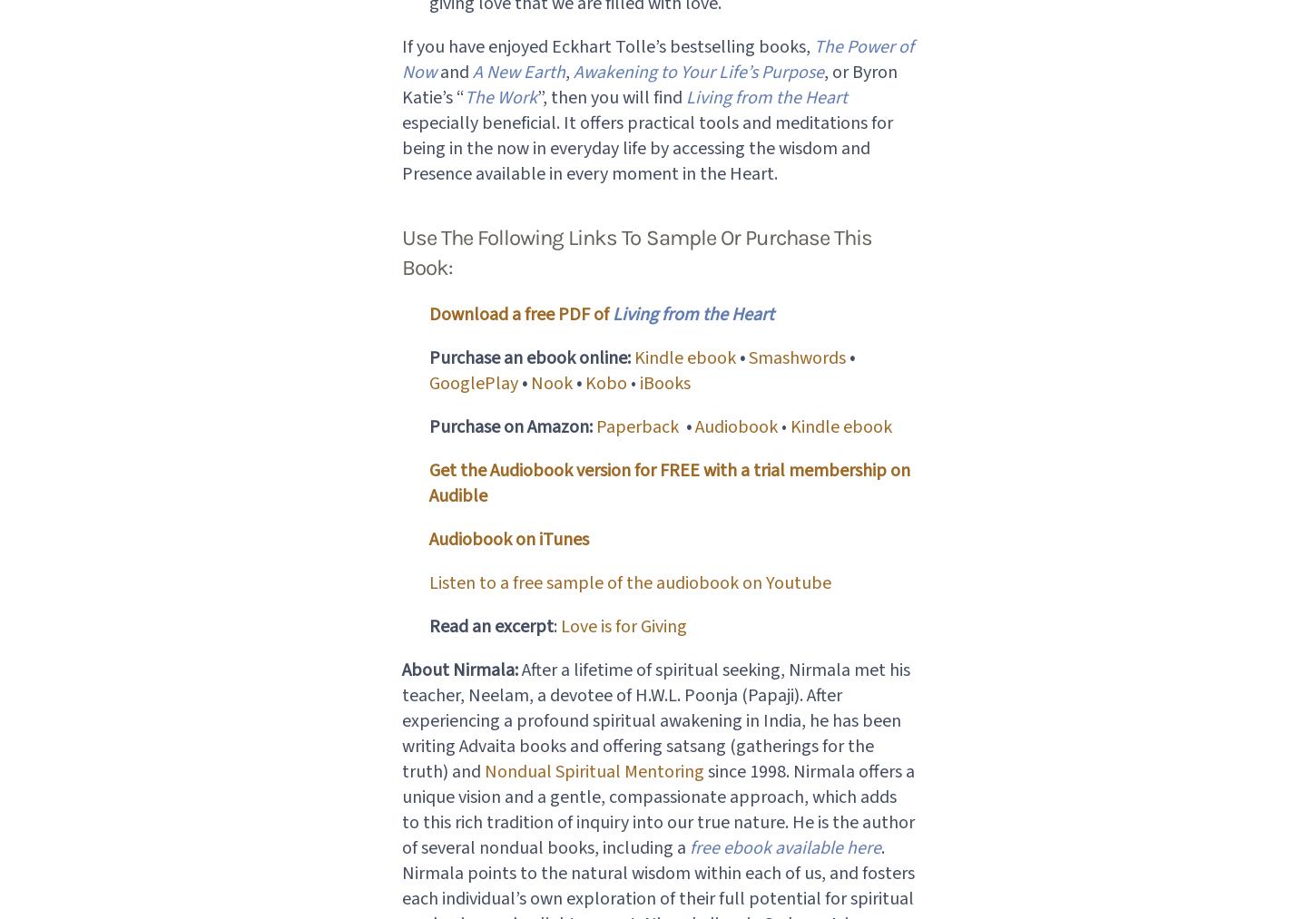 This screenshot has height=919, width=1316. What do you see at coordinates (606, 44) in the screenshot?
I see `'If you have enjoyed Eckhart Tolle’s bestselling books,'` at bounding box center [606, 44].